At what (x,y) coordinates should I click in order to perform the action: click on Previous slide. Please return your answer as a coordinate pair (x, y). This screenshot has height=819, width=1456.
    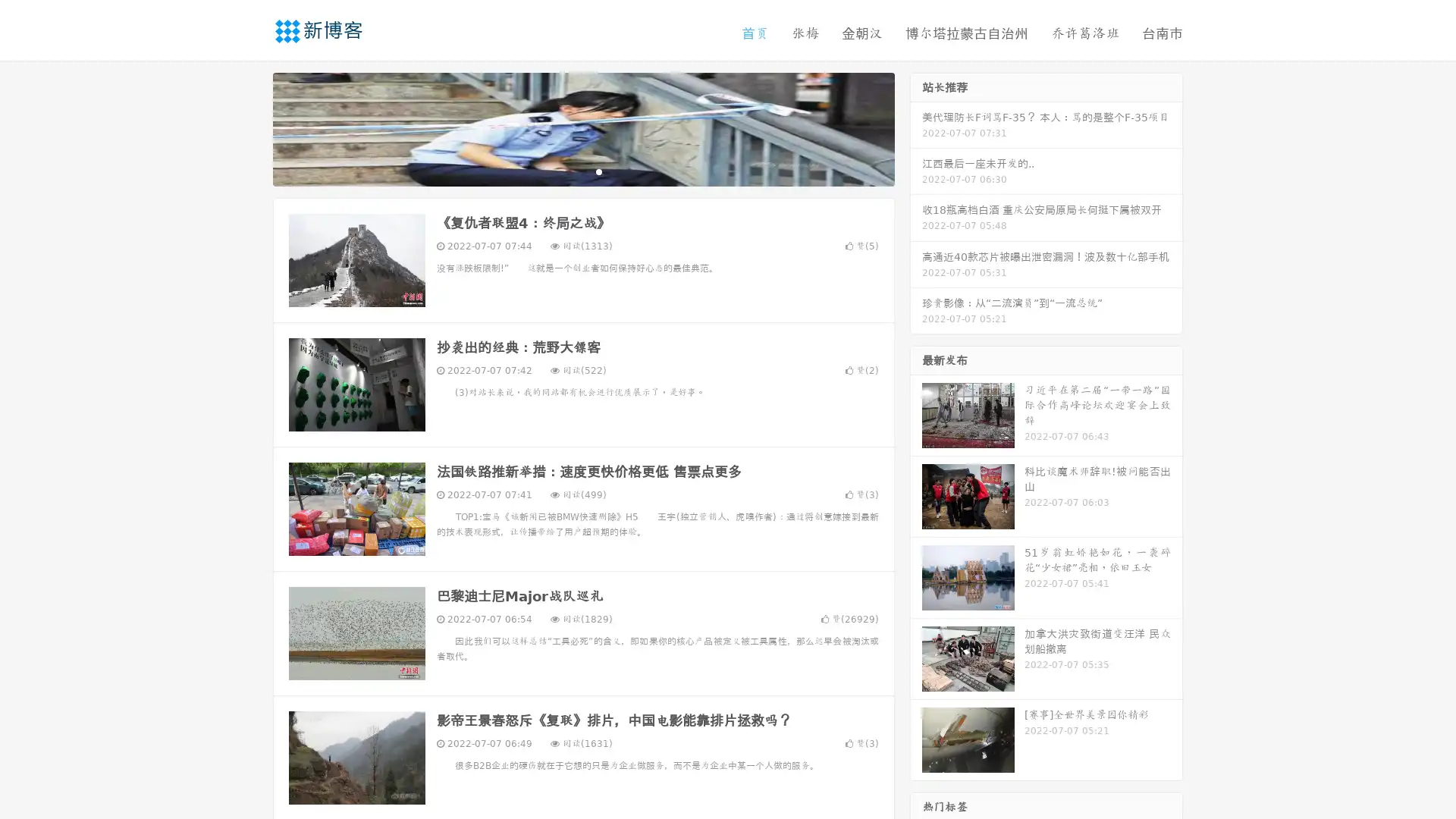
    Looking at the image, I should click on (250, 127).